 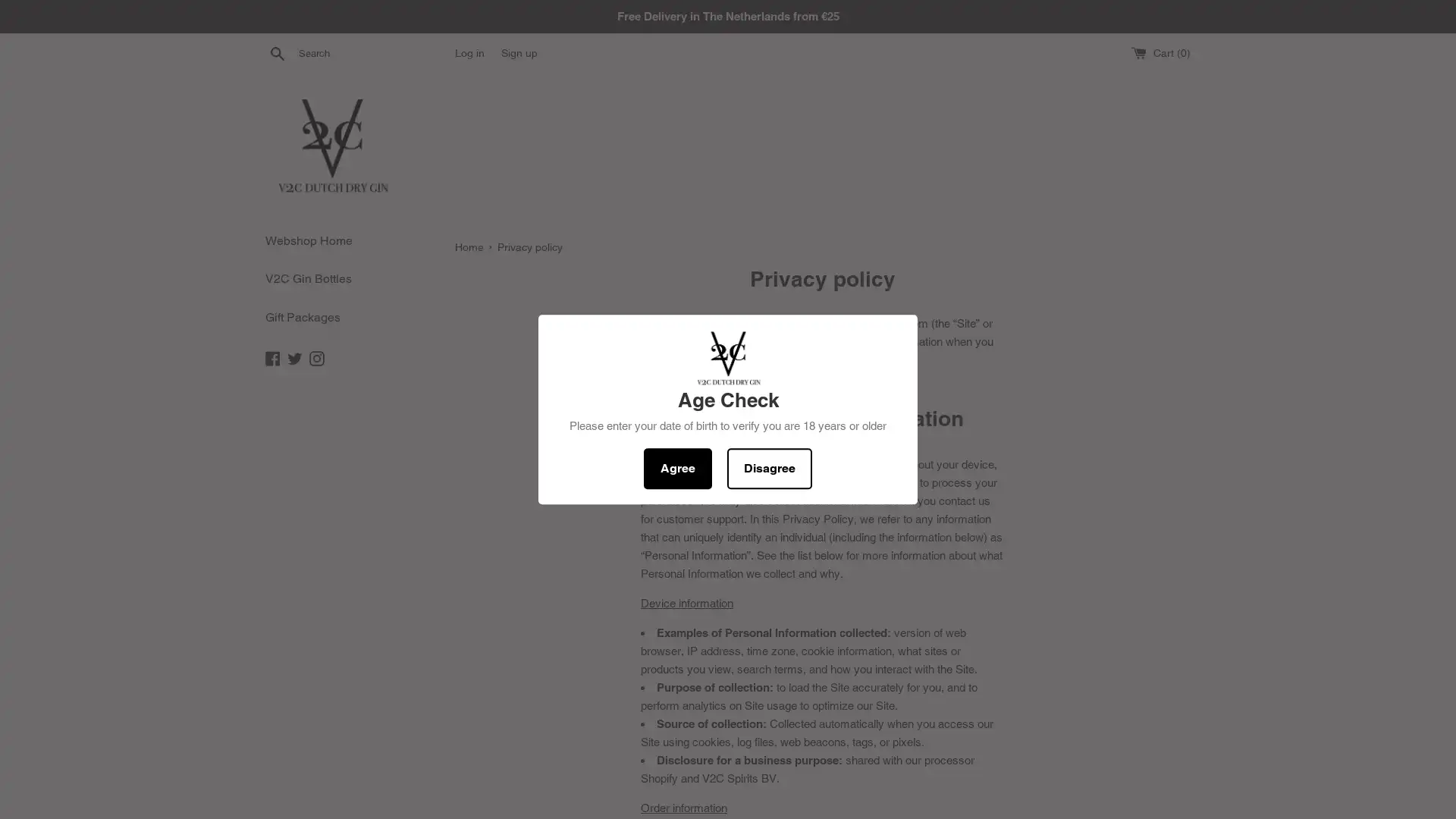 I want to click on Agree, so click(x=676, y=467).